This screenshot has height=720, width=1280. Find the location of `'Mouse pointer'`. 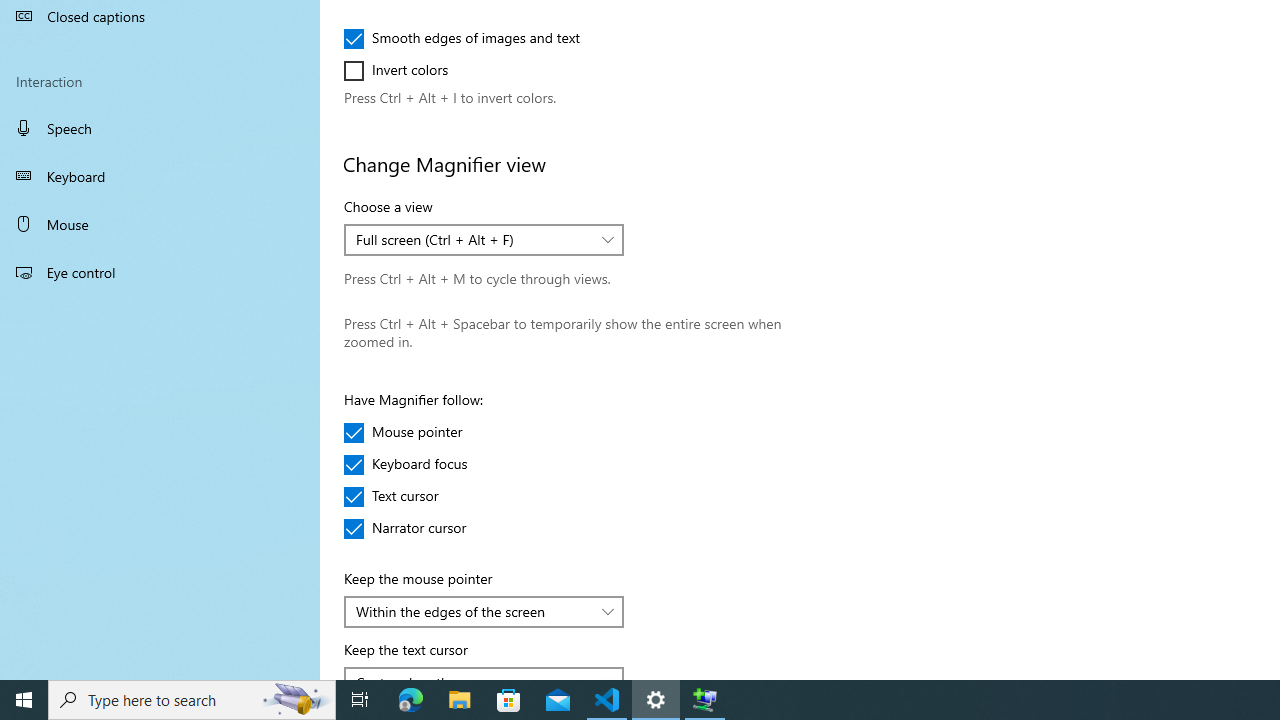

'Mouse pointer' is located at coordinates (402, 432).